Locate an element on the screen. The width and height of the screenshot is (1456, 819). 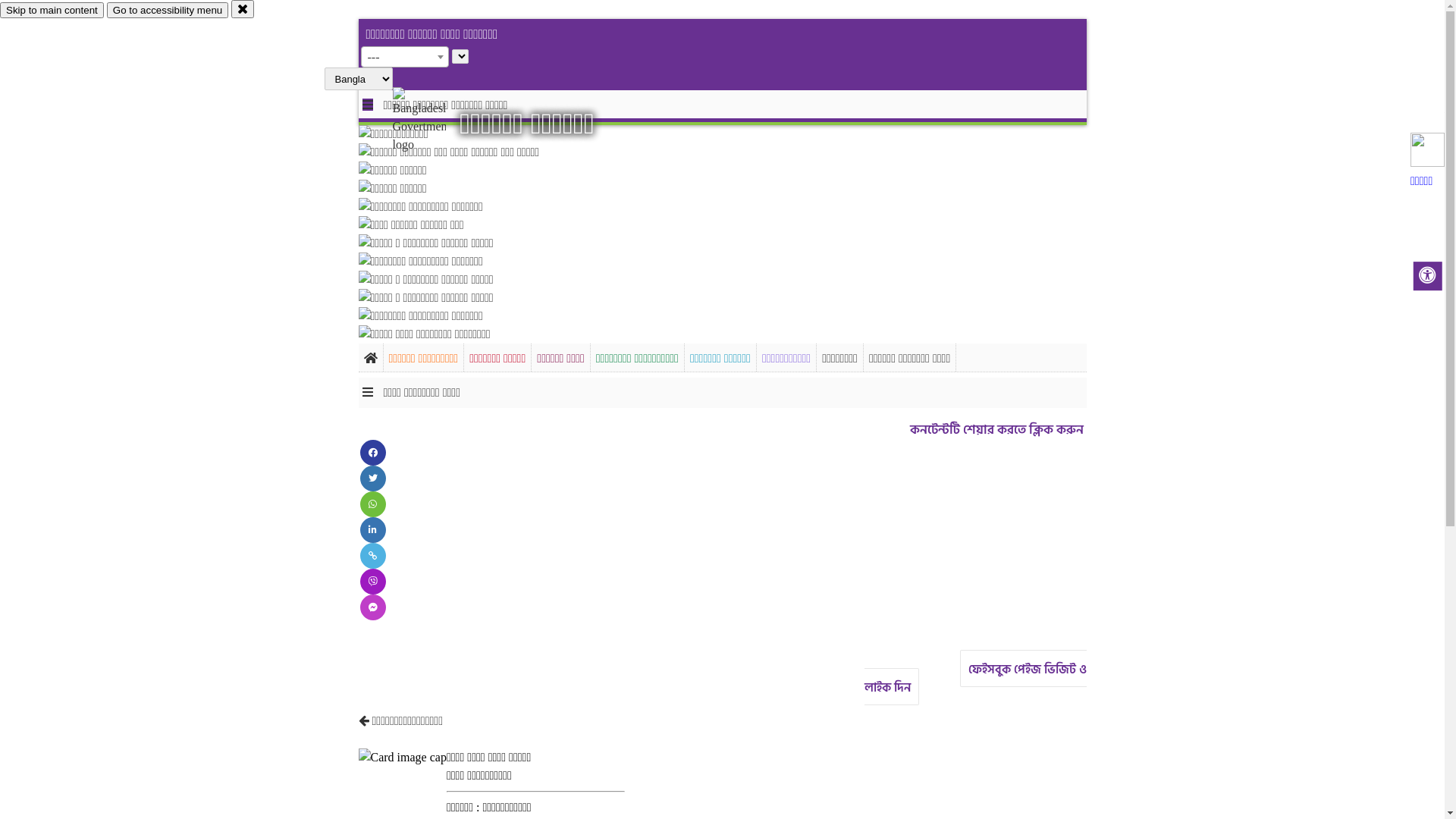
'Skip to main content' is located at coordinates (52, 10).